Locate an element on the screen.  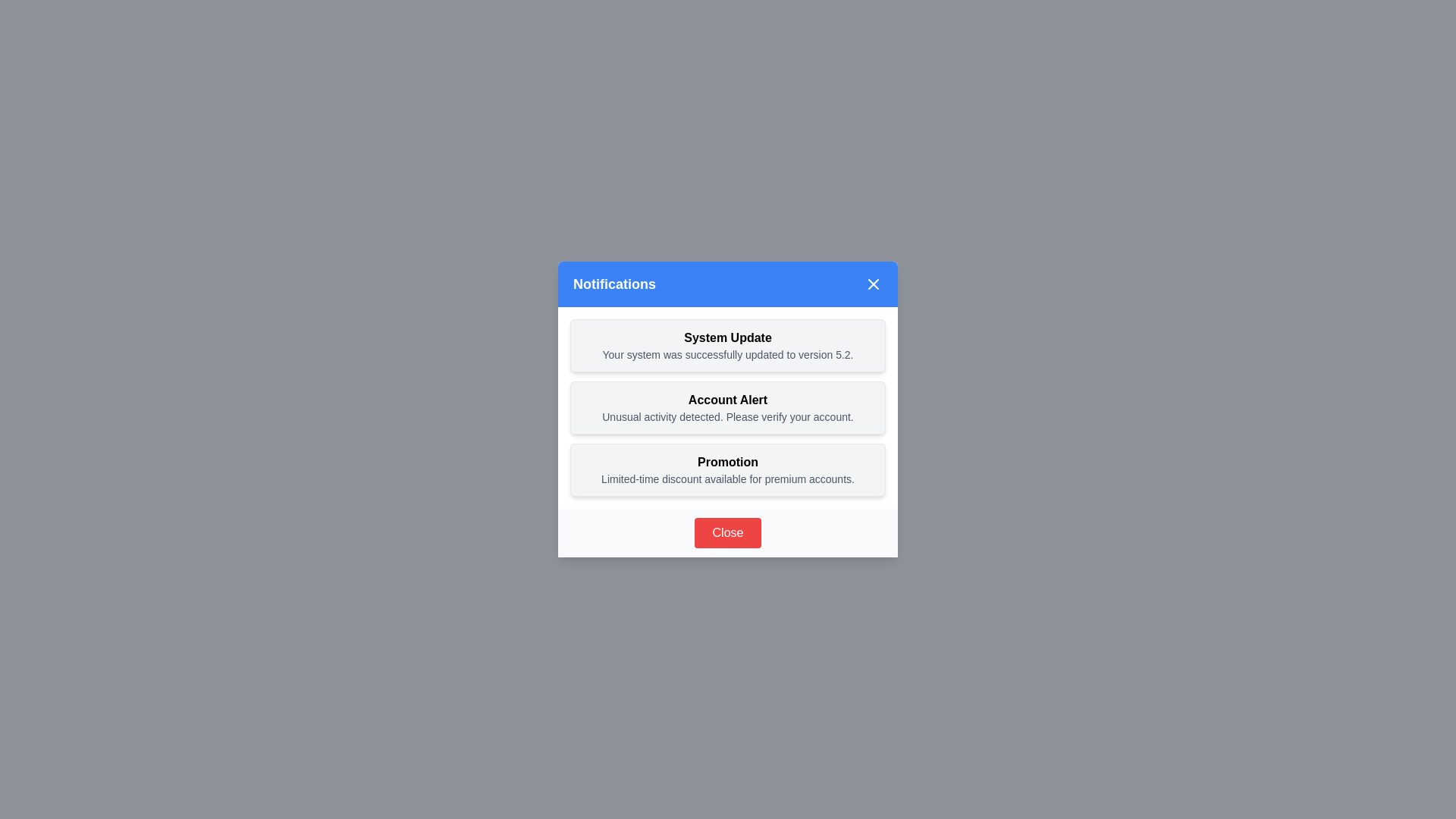
the title text label of the first notification entry in the 'Notifications' modal window, which summarizes the main subject of the message is located at coordinates (728, 337).